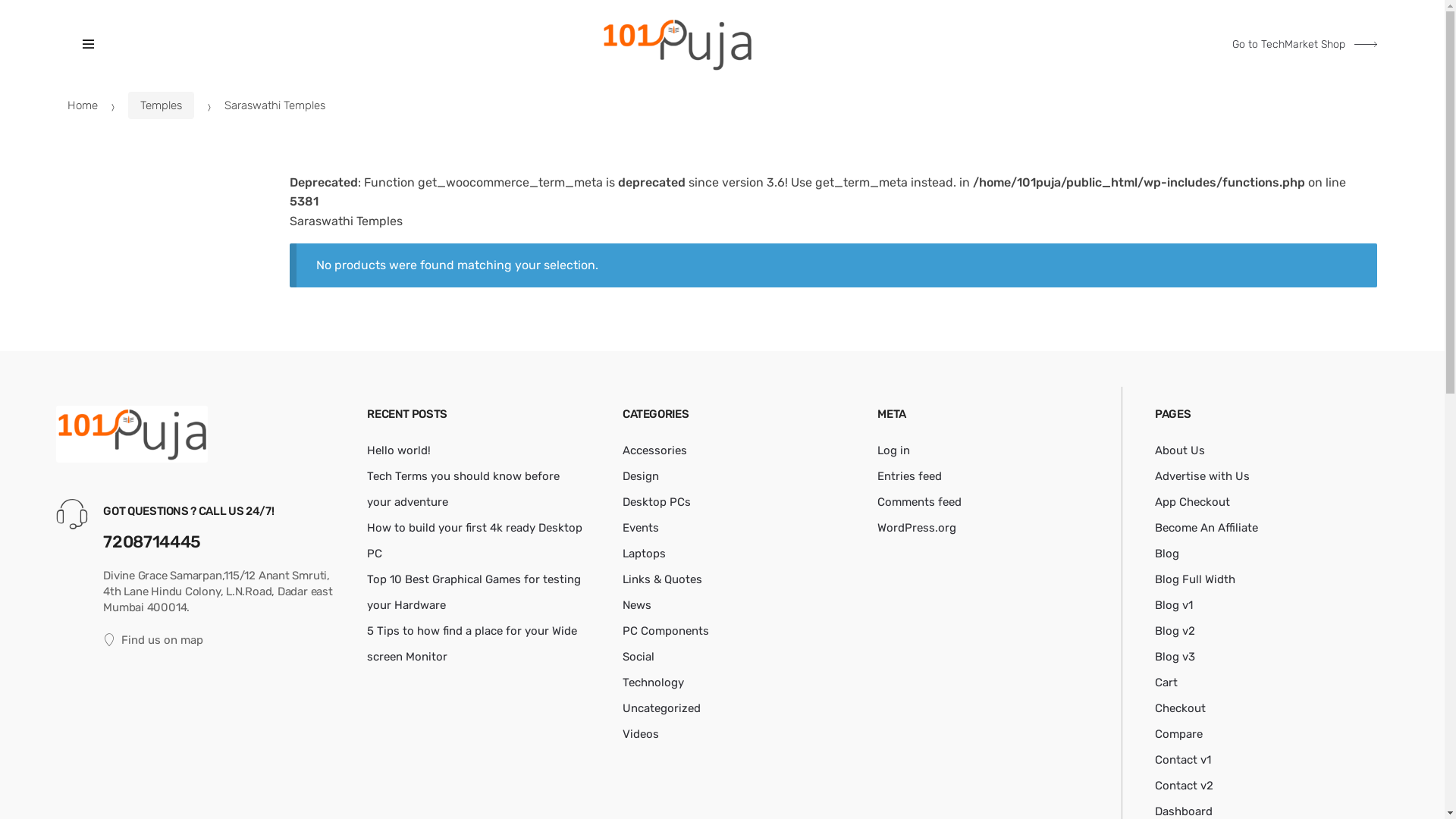 This screenshot has height=819, width=1456. Describe the element at coordinates (161, 104) in the screenshot. I see `'Temples'` at that location.